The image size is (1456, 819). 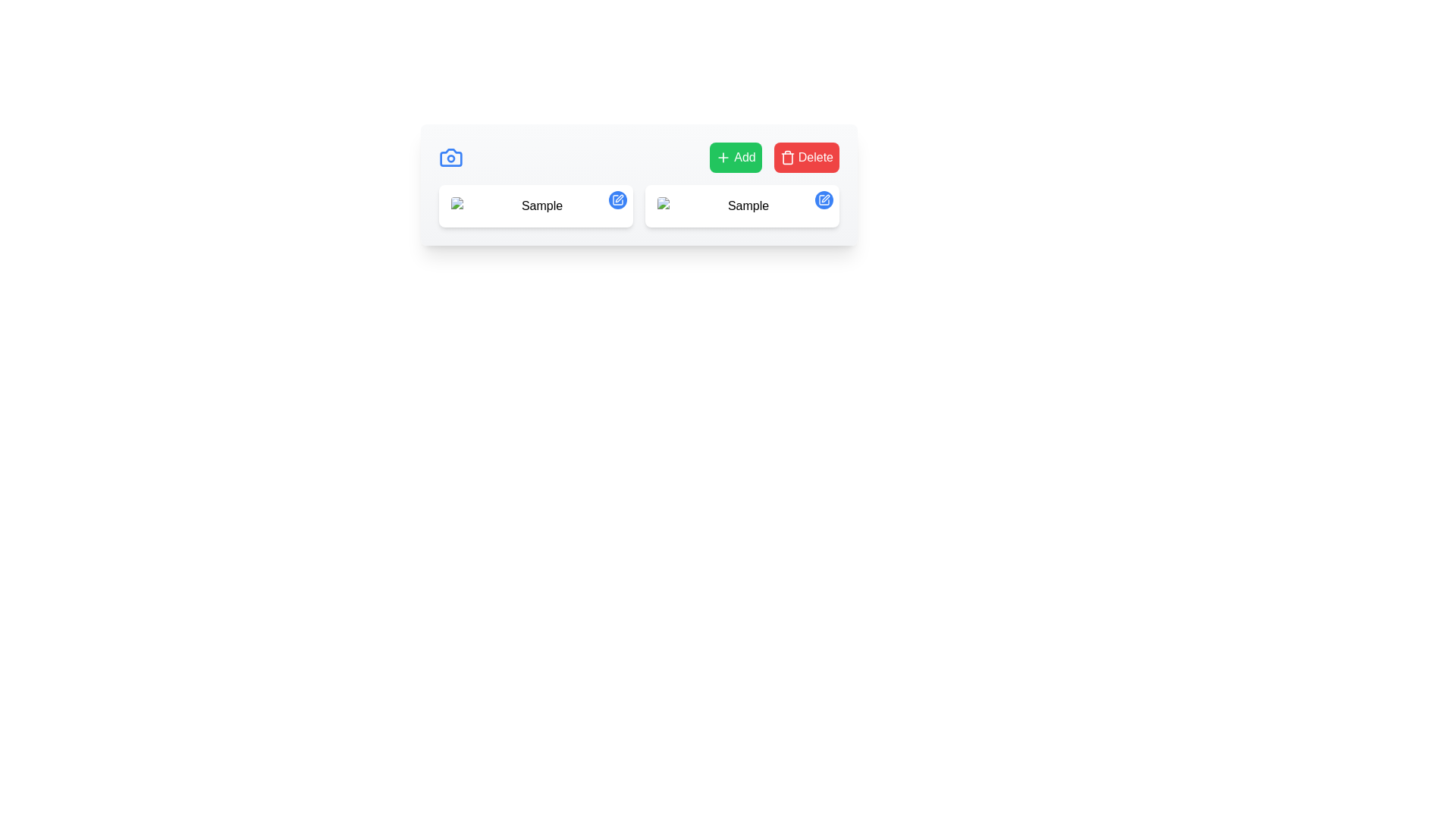 What do you see at coordinates (450, 158) in the screenshot?
I see `the appearance of the camera icon, which is styled with a blue outline and located prominently near the top-left corner of the interface` at bounding box center [450, 158].